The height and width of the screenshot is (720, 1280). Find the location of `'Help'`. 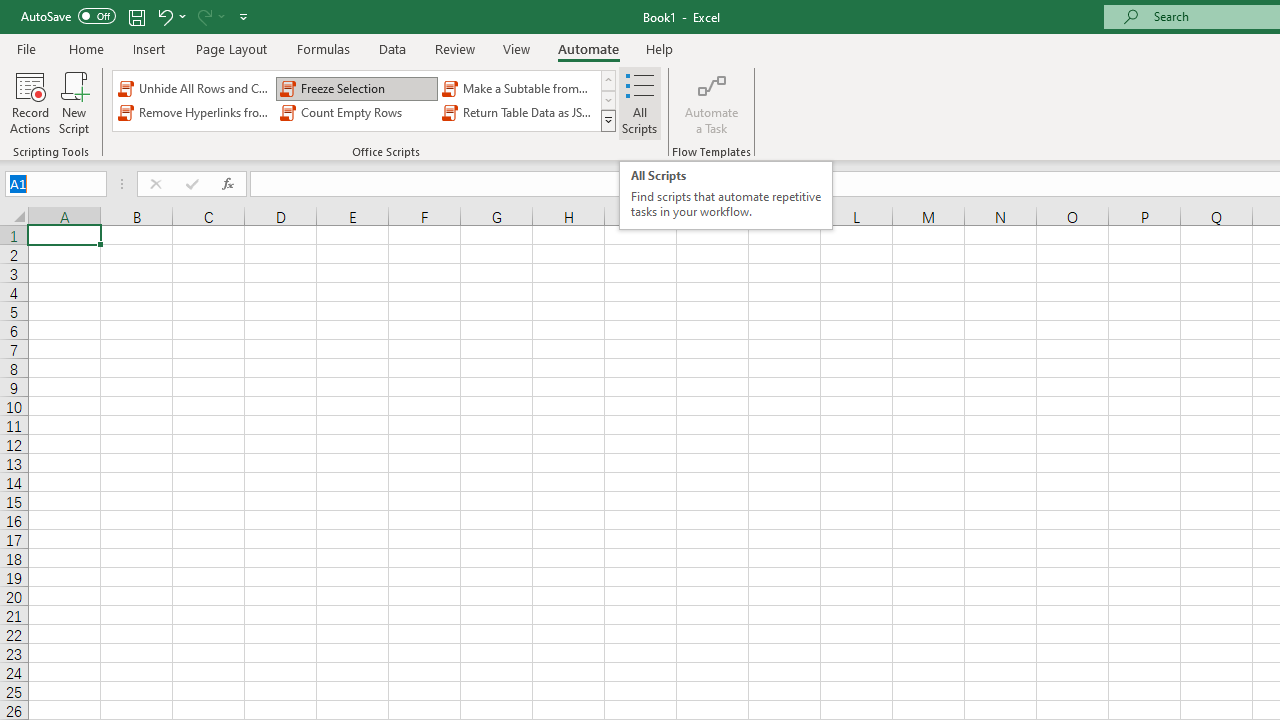

'Help' is located at coordinates (660, 48).